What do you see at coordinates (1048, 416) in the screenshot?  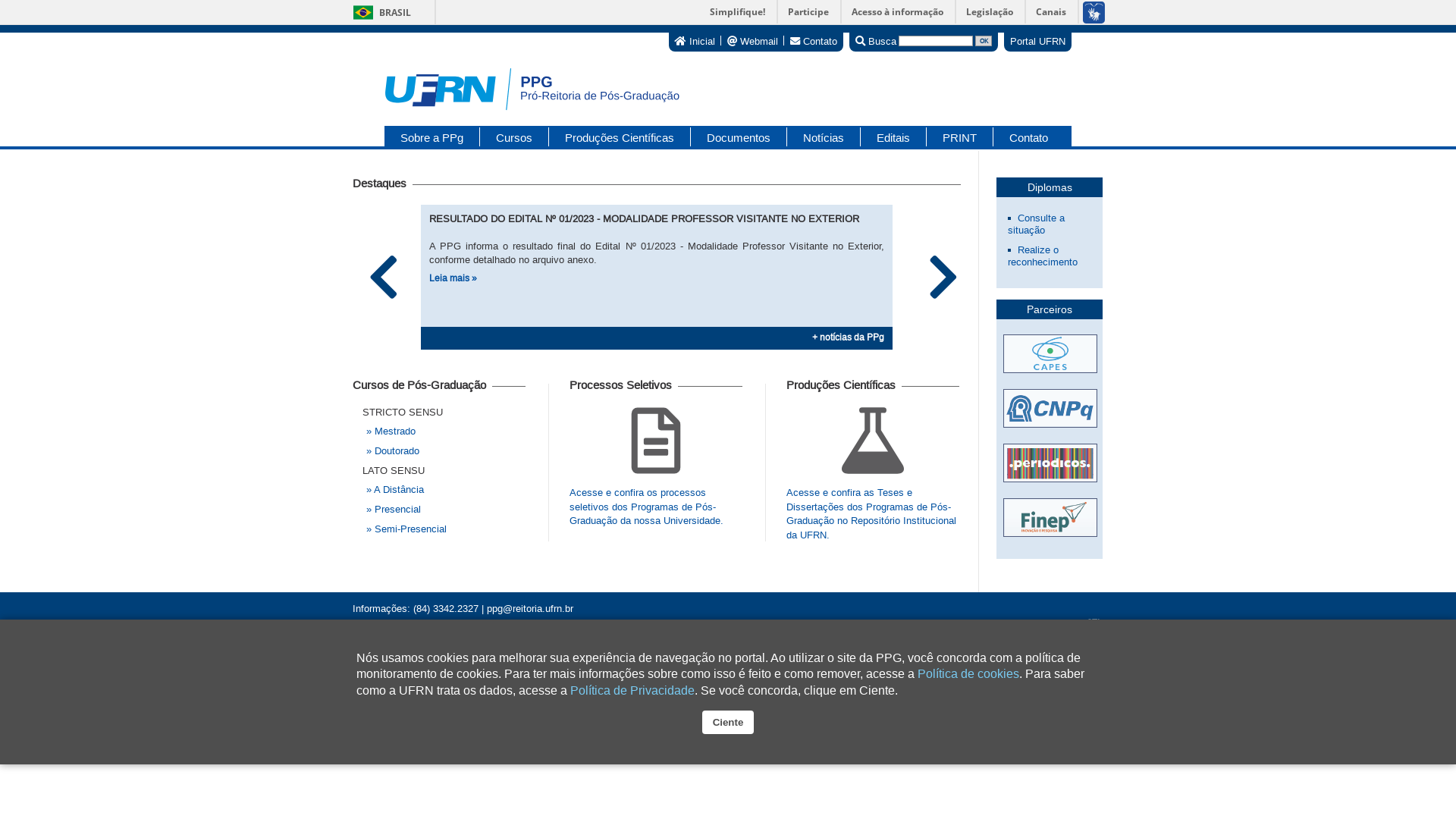 I see `'Acessar site da CNPQ'` at bounding box center [1048, 416].